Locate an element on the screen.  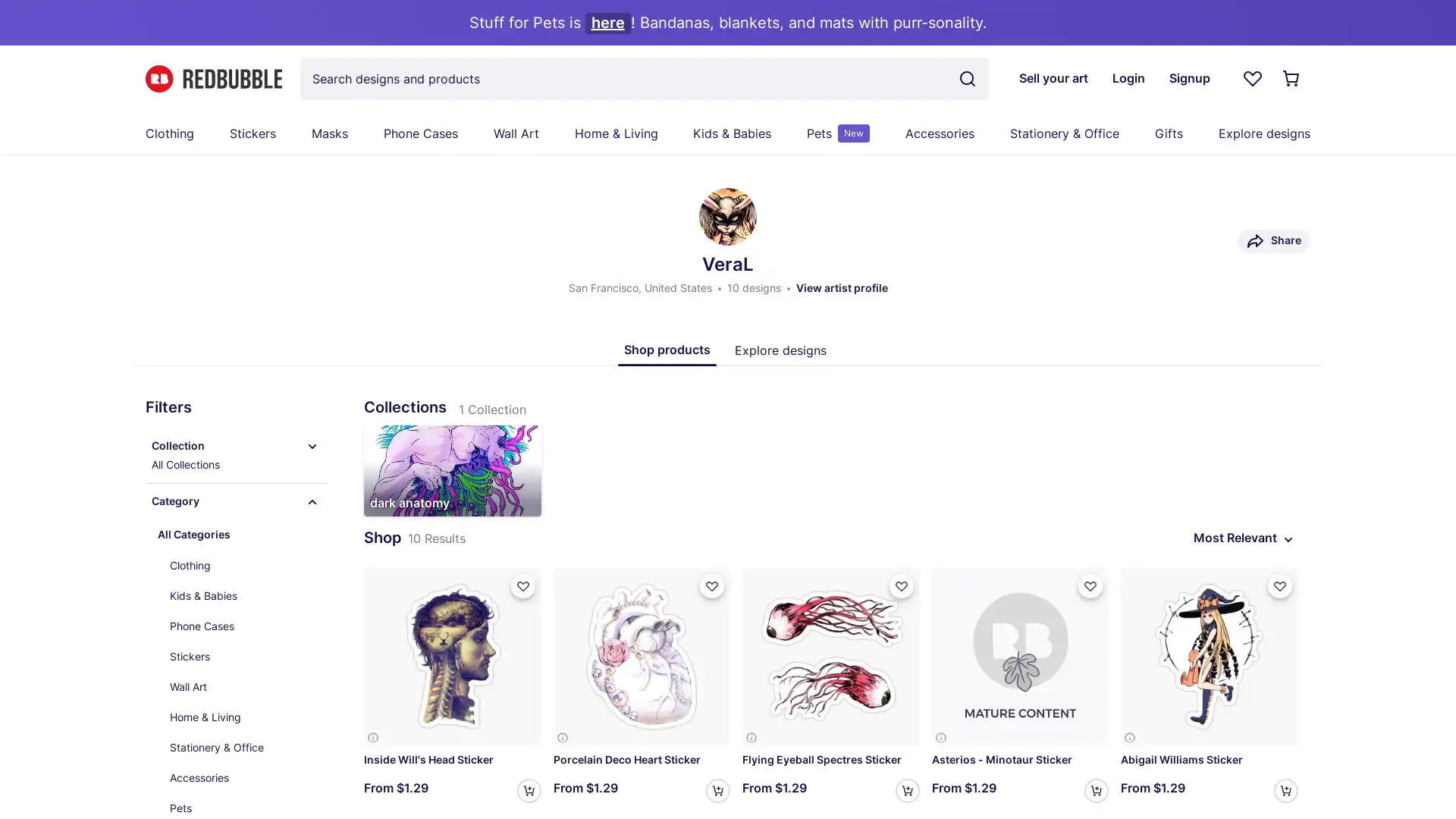
Home & Living is located at coordinates (243, 717).